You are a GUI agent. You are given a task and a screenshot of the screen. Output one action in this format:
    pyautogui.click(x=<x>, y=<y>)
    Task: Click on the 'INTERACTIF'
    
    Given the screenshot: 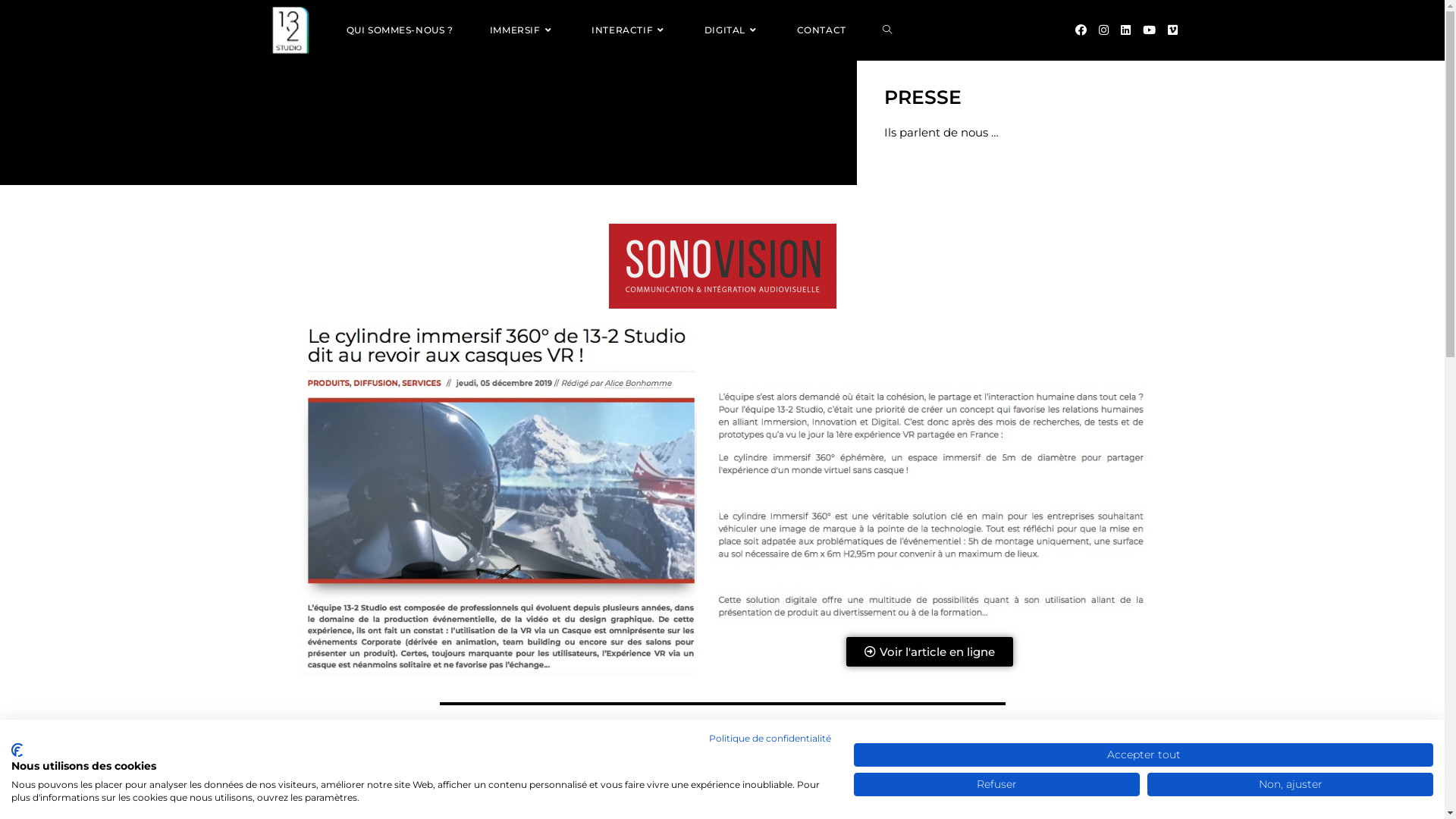 What is the action you would take?
    pyautogui.click(x=629, y=30)
    